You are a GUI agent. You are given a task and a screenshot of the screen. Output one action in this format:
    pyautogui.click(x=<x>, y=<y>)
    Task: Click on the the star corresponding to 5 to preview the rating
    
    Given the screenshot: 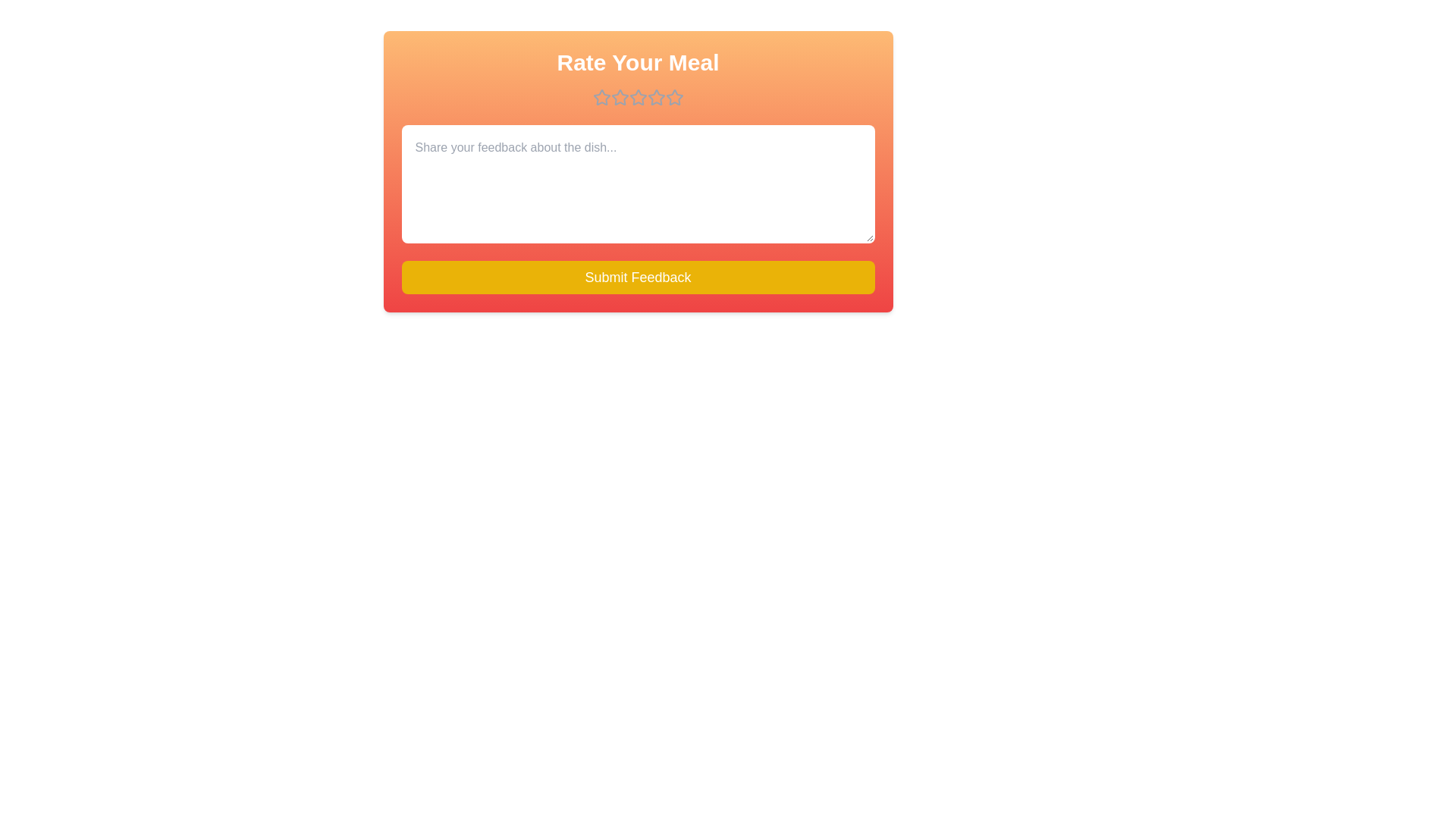 What is the action you would take?
    pyautogui.click(x=673, y=97)
    